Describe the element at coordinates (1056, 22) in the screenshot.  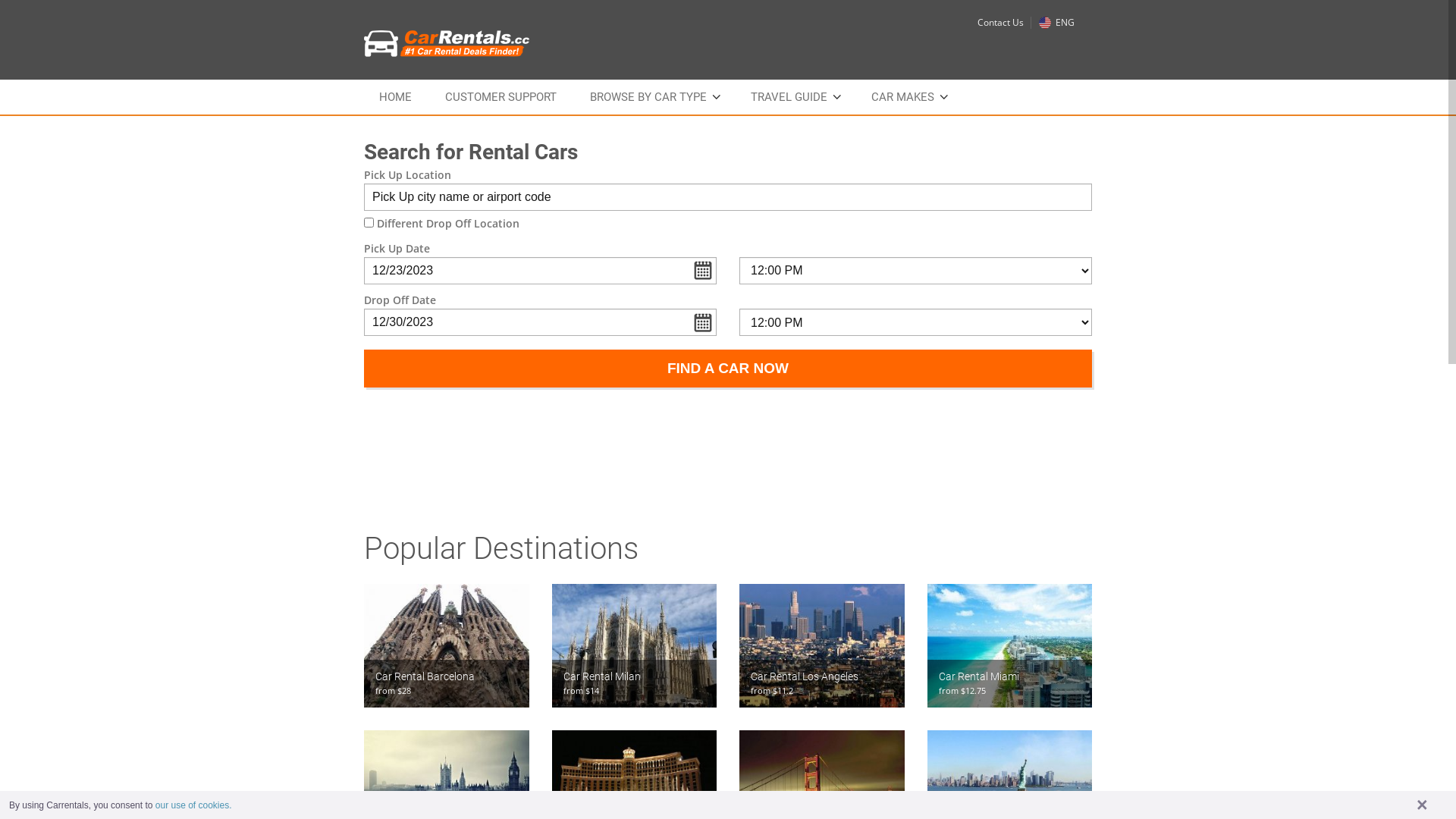
I see `'ENG'` at that location.